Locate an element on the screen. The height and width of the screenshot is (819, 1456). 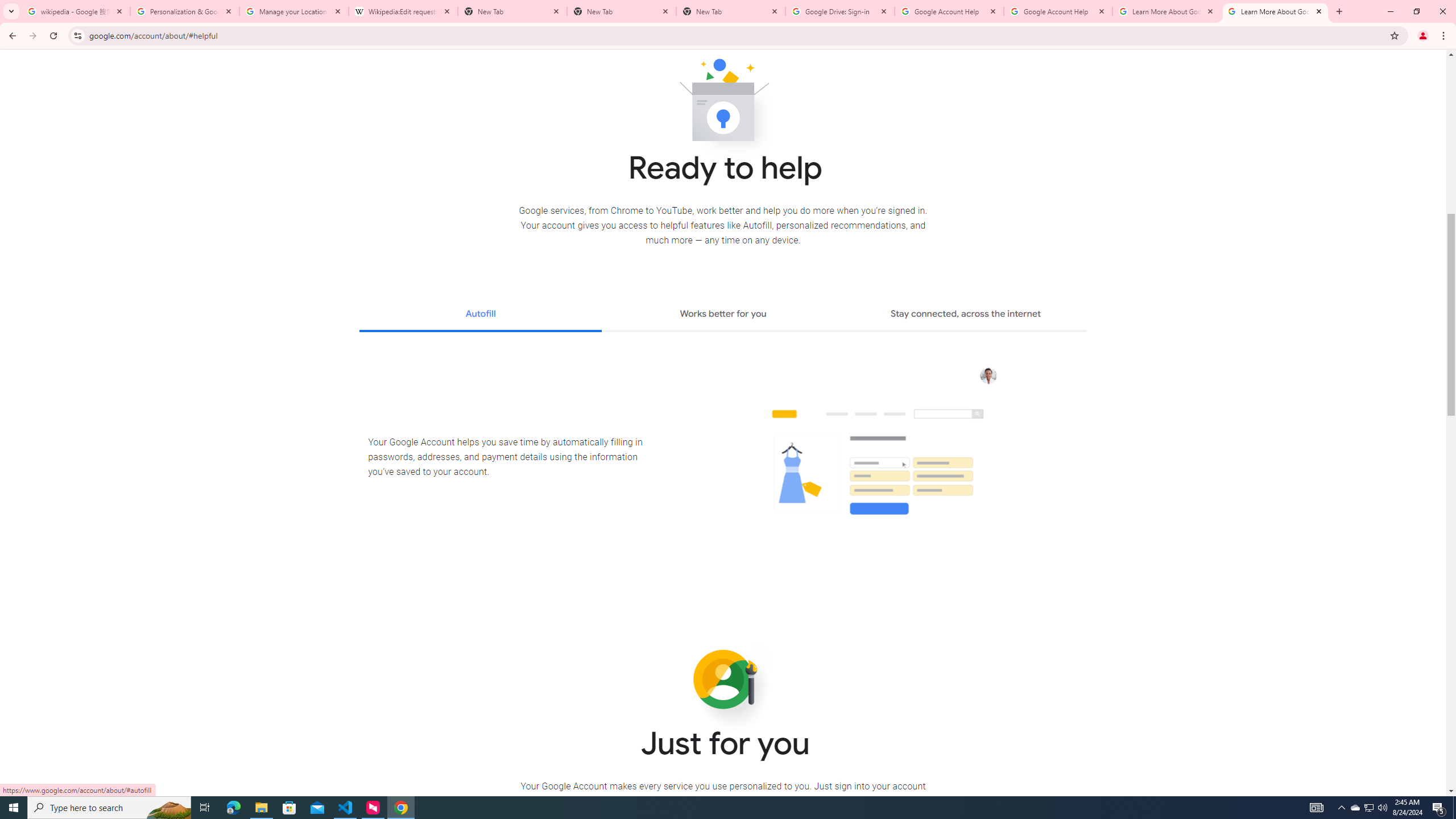
'Stay connected, across the internet' is located at coordinates (965, 315).